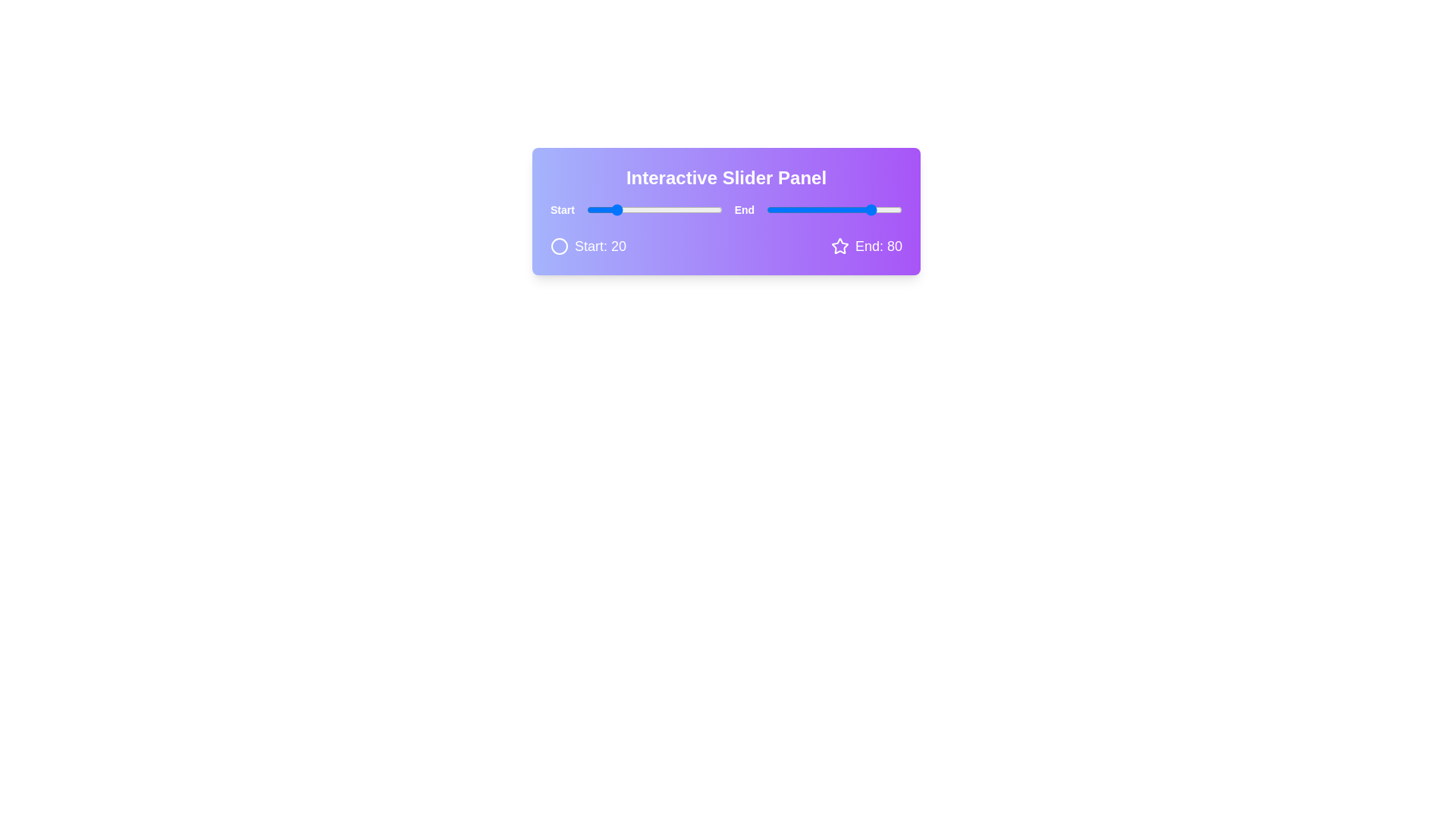  What do you see at coordinates (604, 210) in the screenshot?
I see `the start slider` at bounding box center [604, 210].